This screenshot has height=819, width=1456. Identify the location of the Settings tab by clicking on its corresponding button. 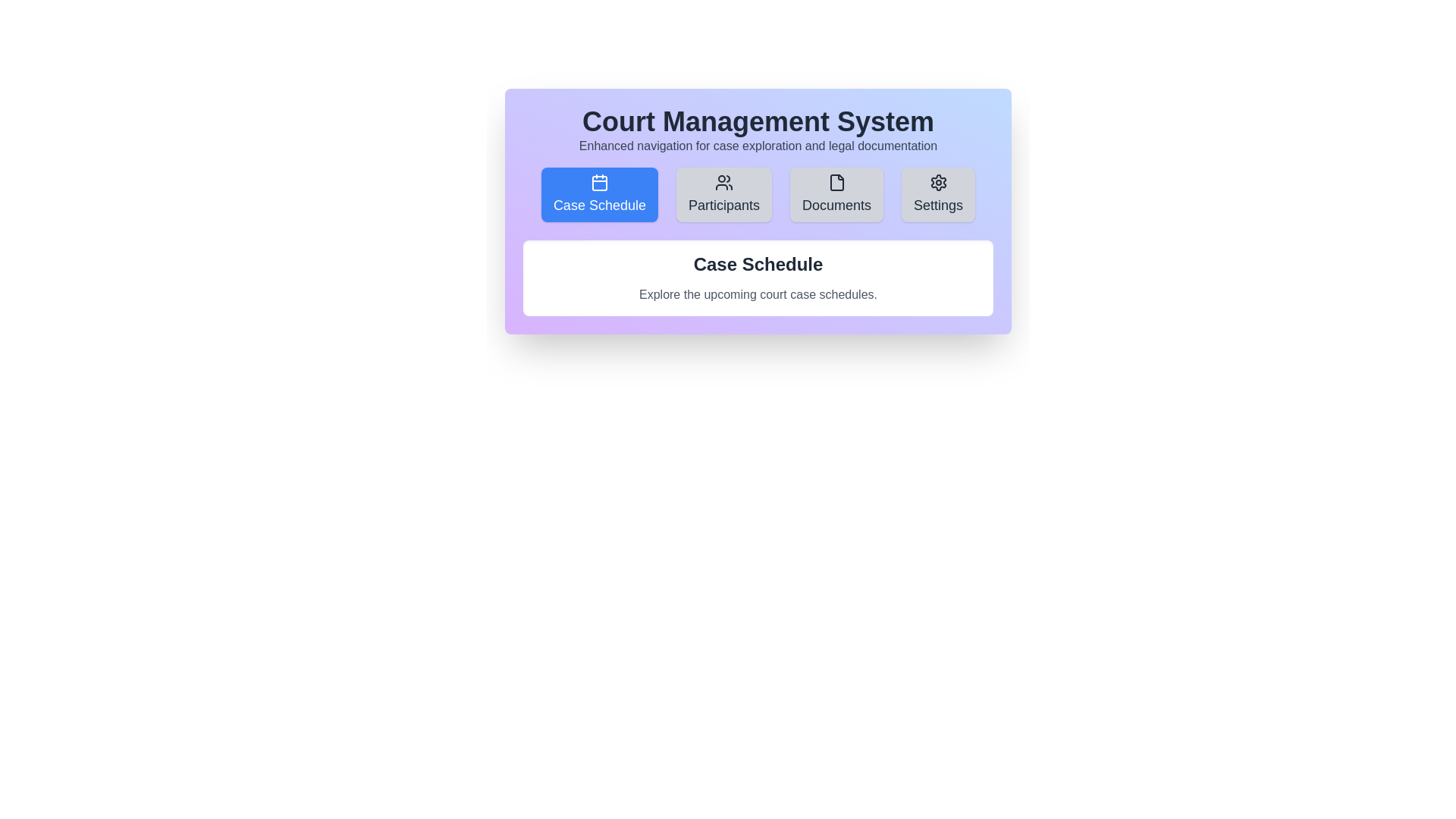
(937, 194).